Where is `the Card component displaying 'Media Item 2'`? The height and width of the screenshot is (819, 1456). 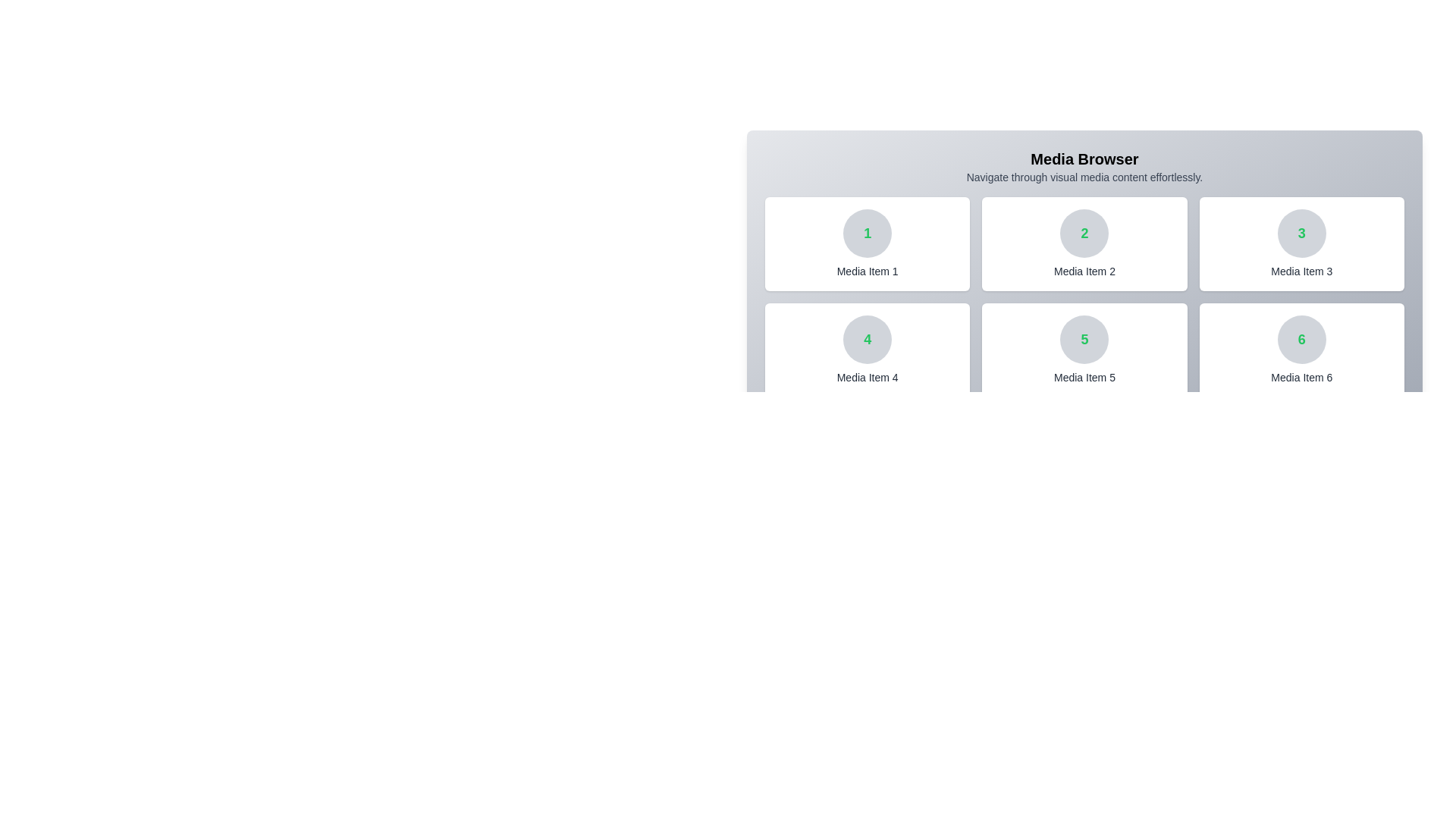 the Card component displaying 'Media Item 2' is located at coordinates (1084, 243).